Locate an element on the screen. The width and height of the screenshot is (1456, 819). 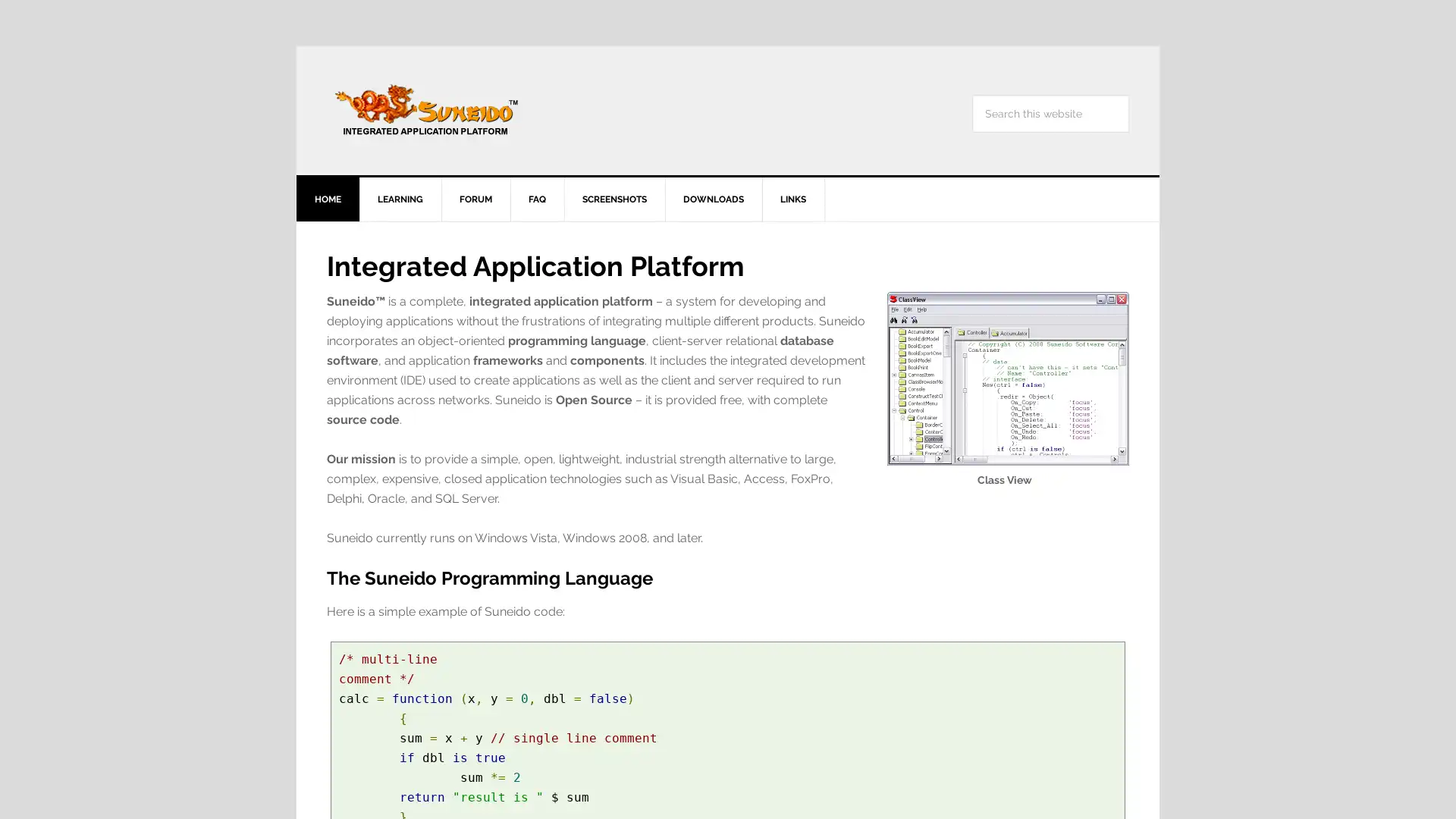
Search is located at coordinates (1128, 94).